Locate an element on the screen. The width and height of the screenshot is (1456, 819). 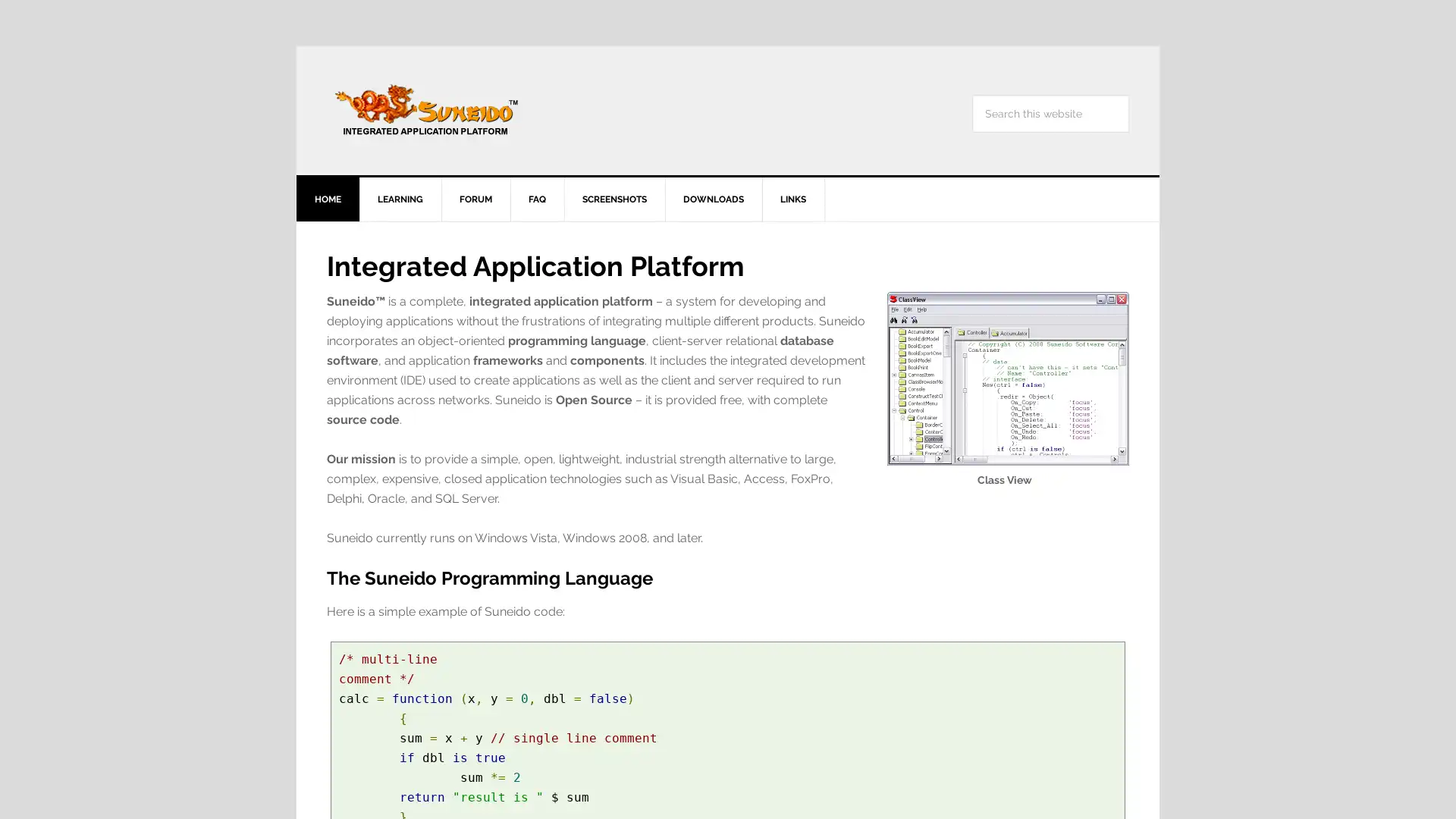
Search is located at coordinates (1128, 94).